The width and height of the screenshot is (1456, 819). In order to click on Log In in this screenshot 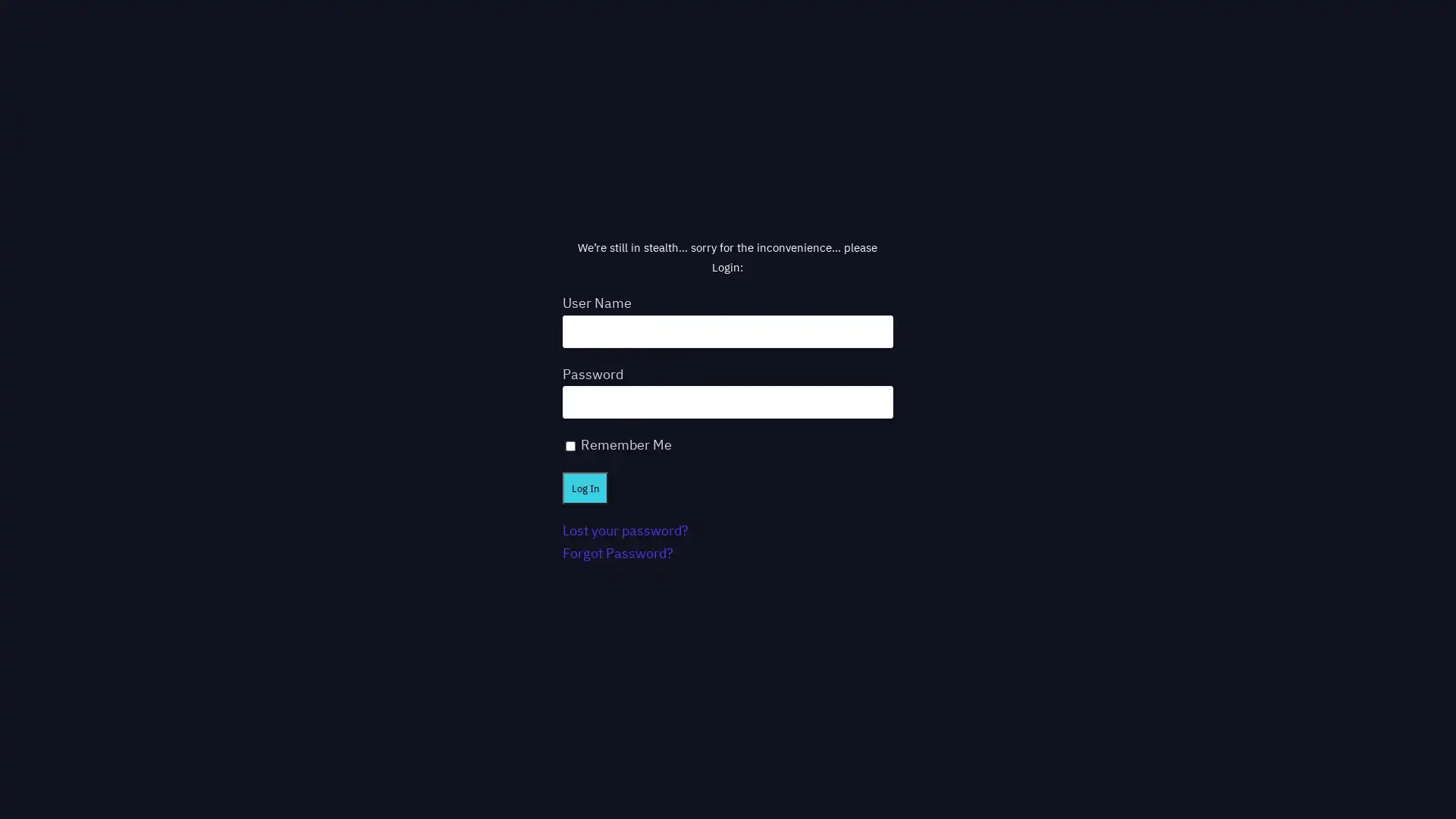, I will do `click(584, 488)`.